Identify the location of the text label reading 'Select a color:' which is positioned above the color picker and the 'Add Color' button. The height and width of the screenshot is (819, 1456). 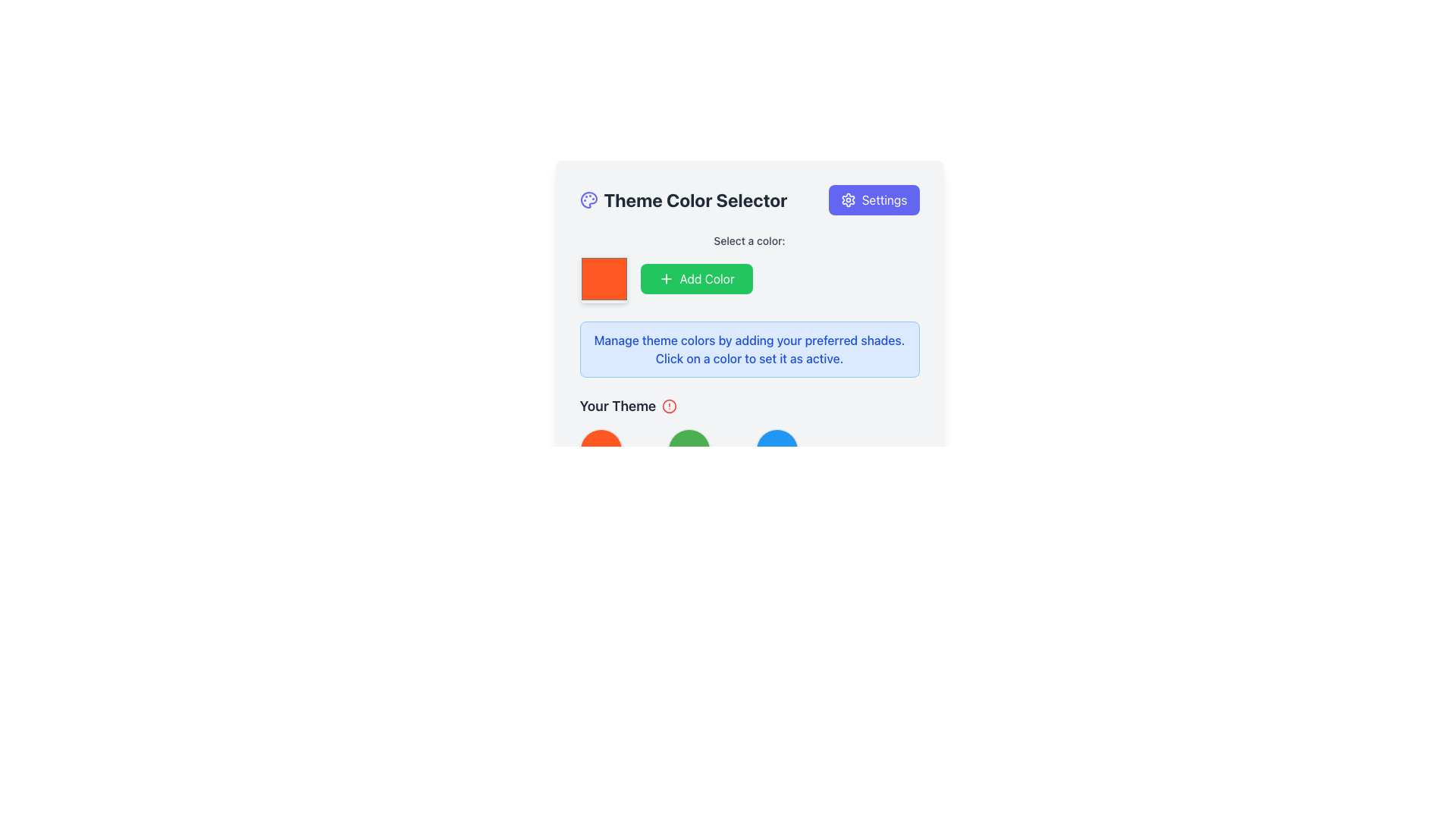
(749, 240).